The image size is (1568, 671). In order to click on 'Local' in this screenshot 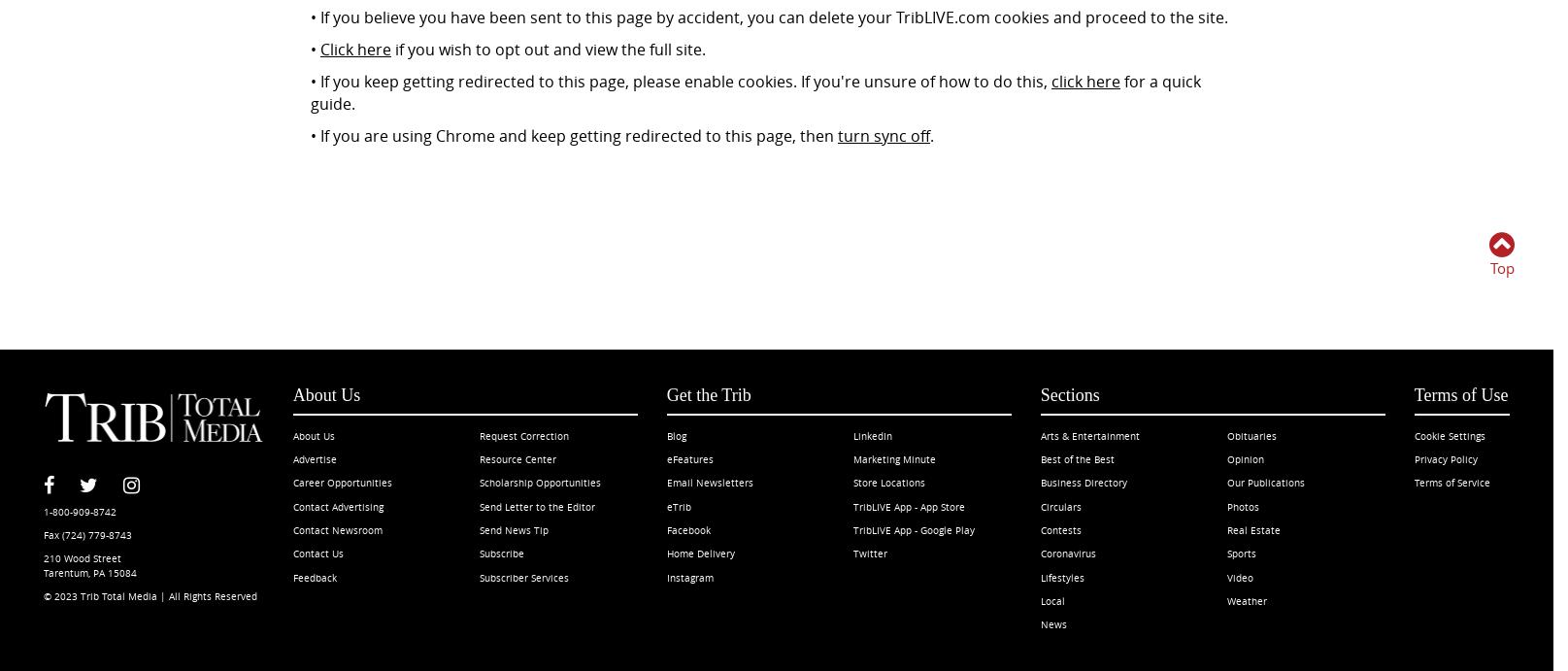, I will do `click(1051, 600)`.